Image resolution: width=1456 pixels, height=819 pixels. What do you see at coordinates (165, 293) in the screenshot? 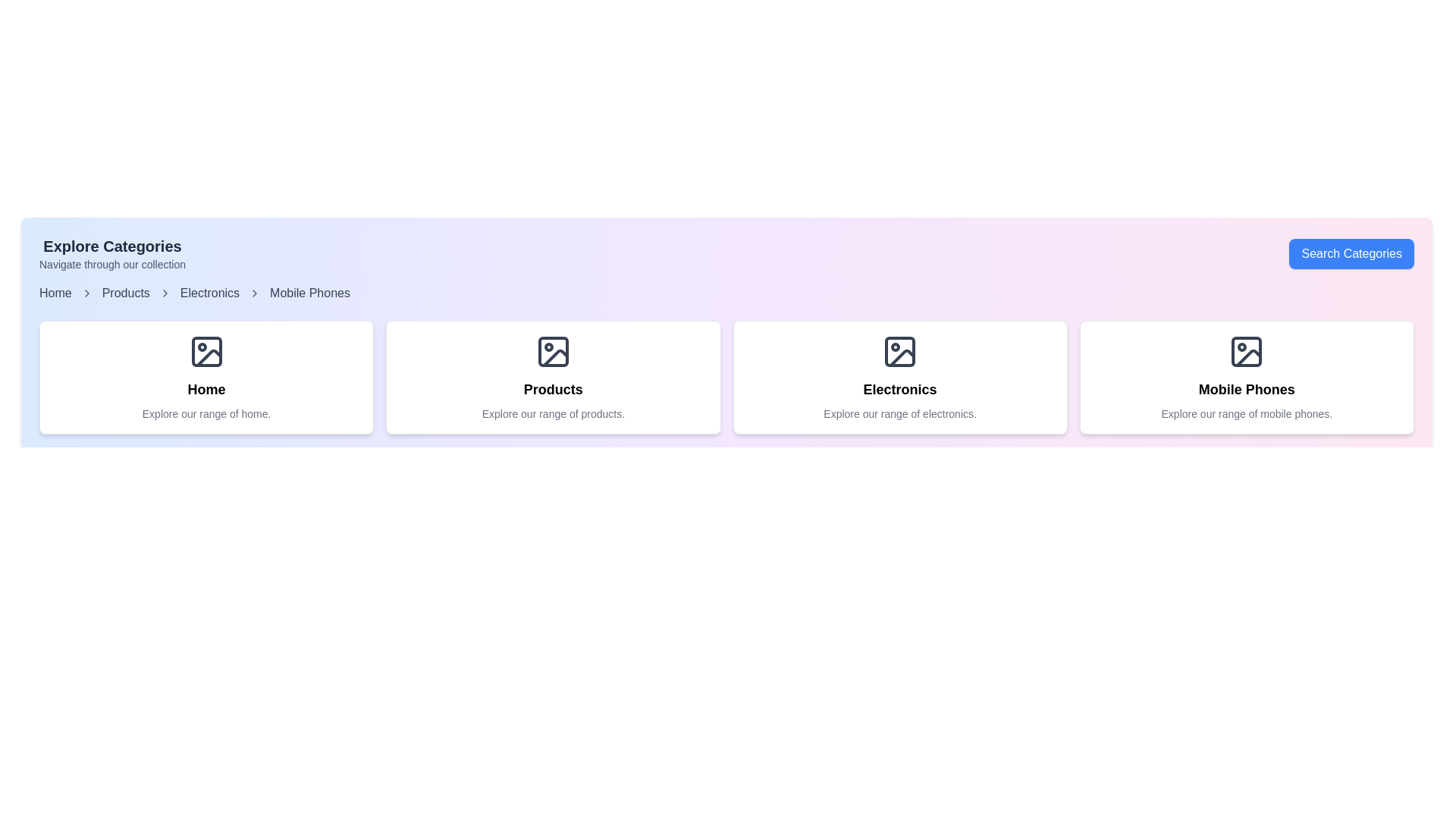
I see `the small right-pointing chevron icon in the breadcrumb navigation bar, which is styled with a thin stroke and located between 'Home' and 'Products'` at bounding box center [165, 293].